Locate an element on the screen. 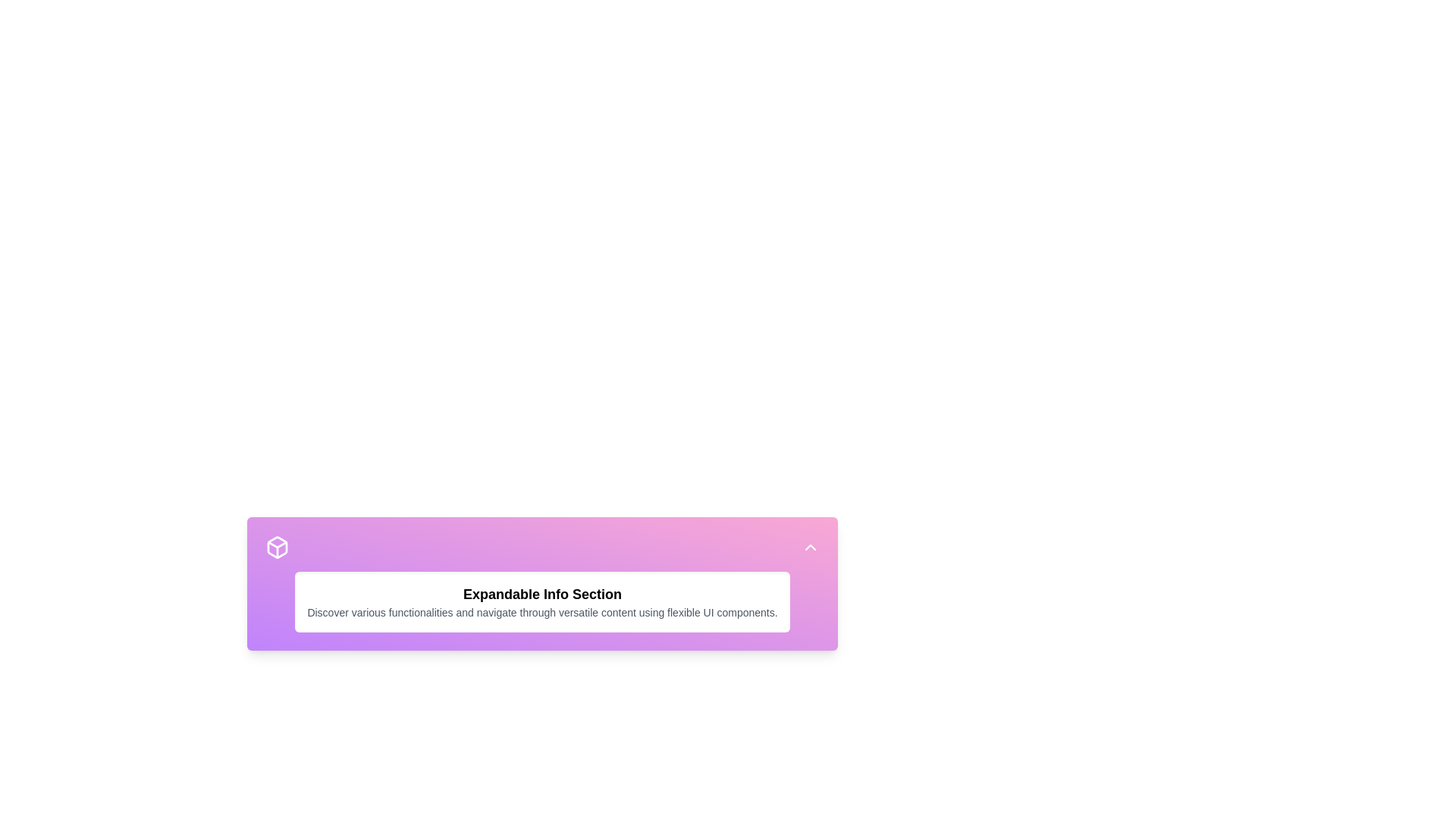 This screenshot has width=1456, height=819. the Text Block that displays contextual guidance, located centrally with a gradient purple-to-pink background, positioned below an icon and above another interactive area is located at coordinates (542, 595).